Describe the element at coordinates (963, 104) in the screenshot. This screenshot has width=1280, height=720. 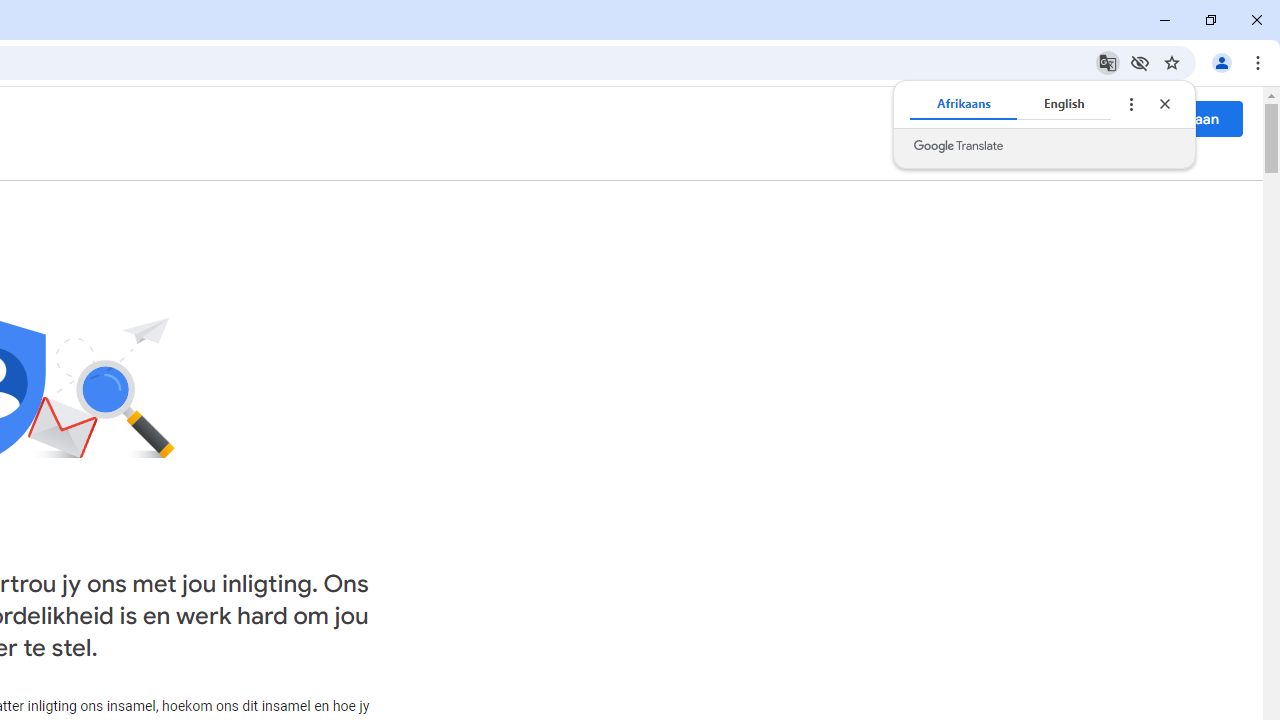
I see `'Afrikaans'` at that location.